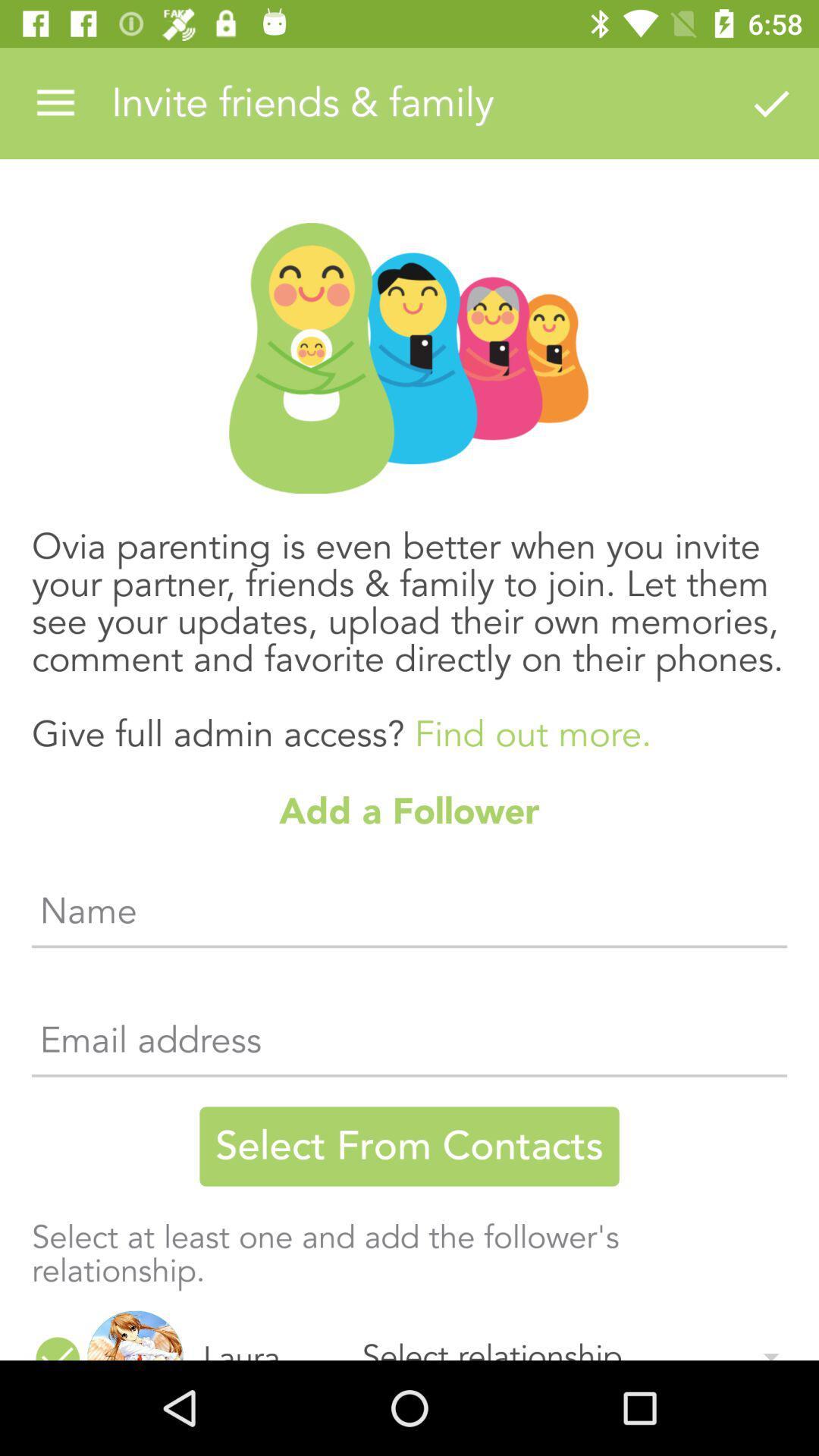 Image resolution: width=819 pixels, height=1456 pixels. What do you see at coordinates (55, 102) in the screenshot?
I see `the item next to the invite friends & family item` at bounding box center [55, 102].